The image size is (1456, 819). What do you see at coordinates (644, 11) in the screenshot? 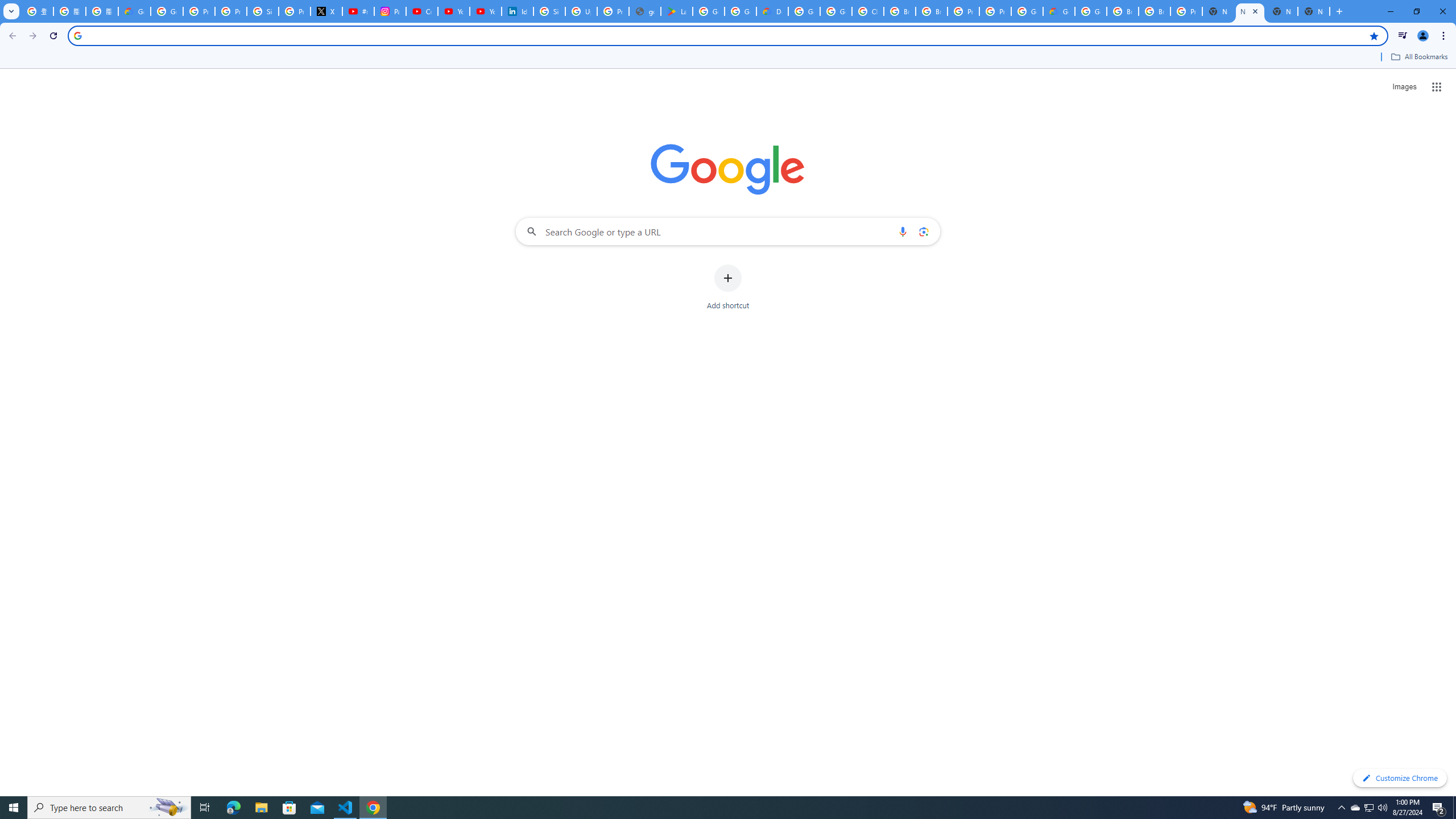
I see `'google_privacy_policy_en.pdf'` at bounding box center [644, 11].